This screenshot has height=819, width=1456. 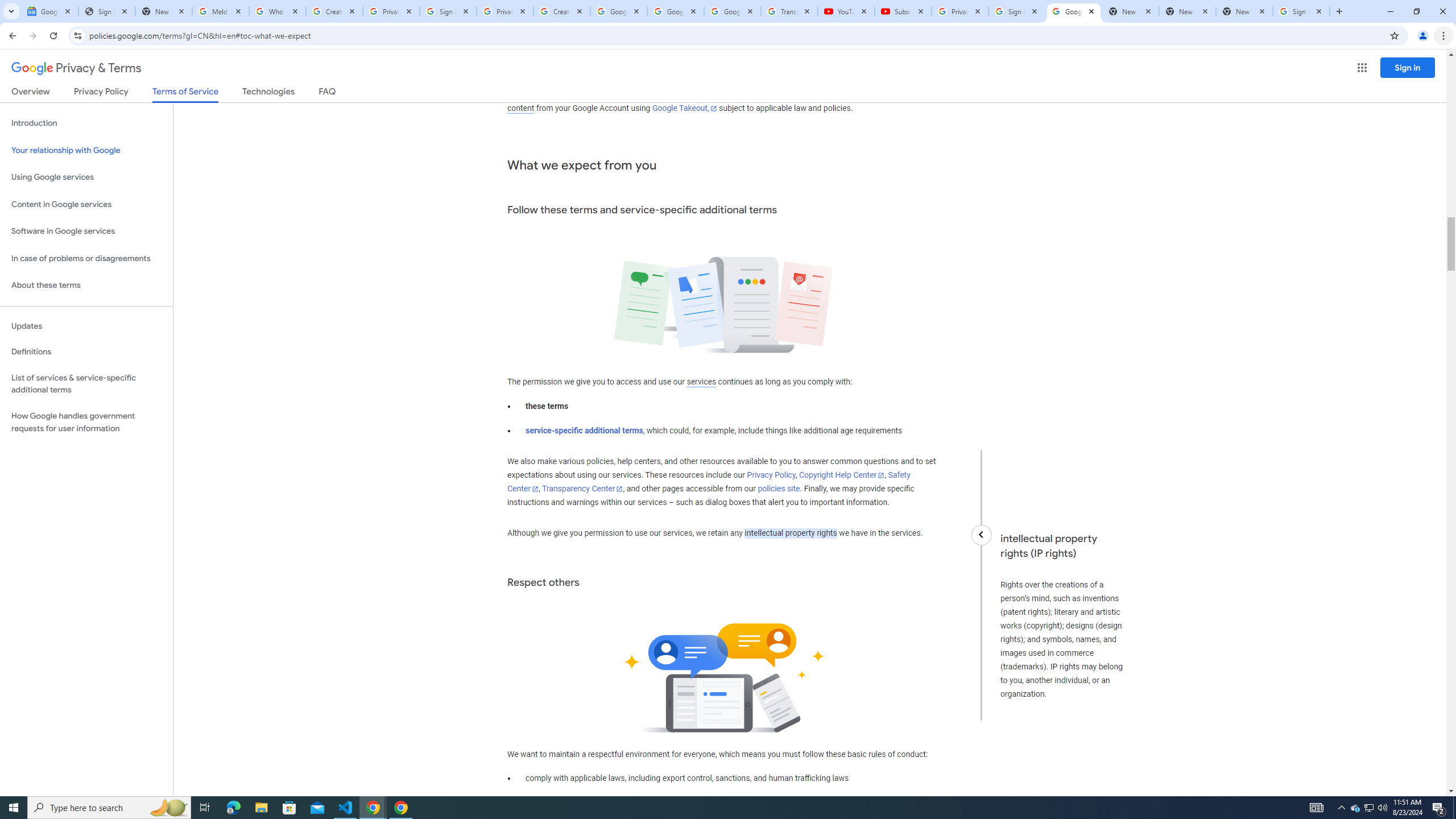 What do you see at coordinates (86, 230) in the screenshot?
I see `'Software in Google services'` at bounding box center [86, 230].